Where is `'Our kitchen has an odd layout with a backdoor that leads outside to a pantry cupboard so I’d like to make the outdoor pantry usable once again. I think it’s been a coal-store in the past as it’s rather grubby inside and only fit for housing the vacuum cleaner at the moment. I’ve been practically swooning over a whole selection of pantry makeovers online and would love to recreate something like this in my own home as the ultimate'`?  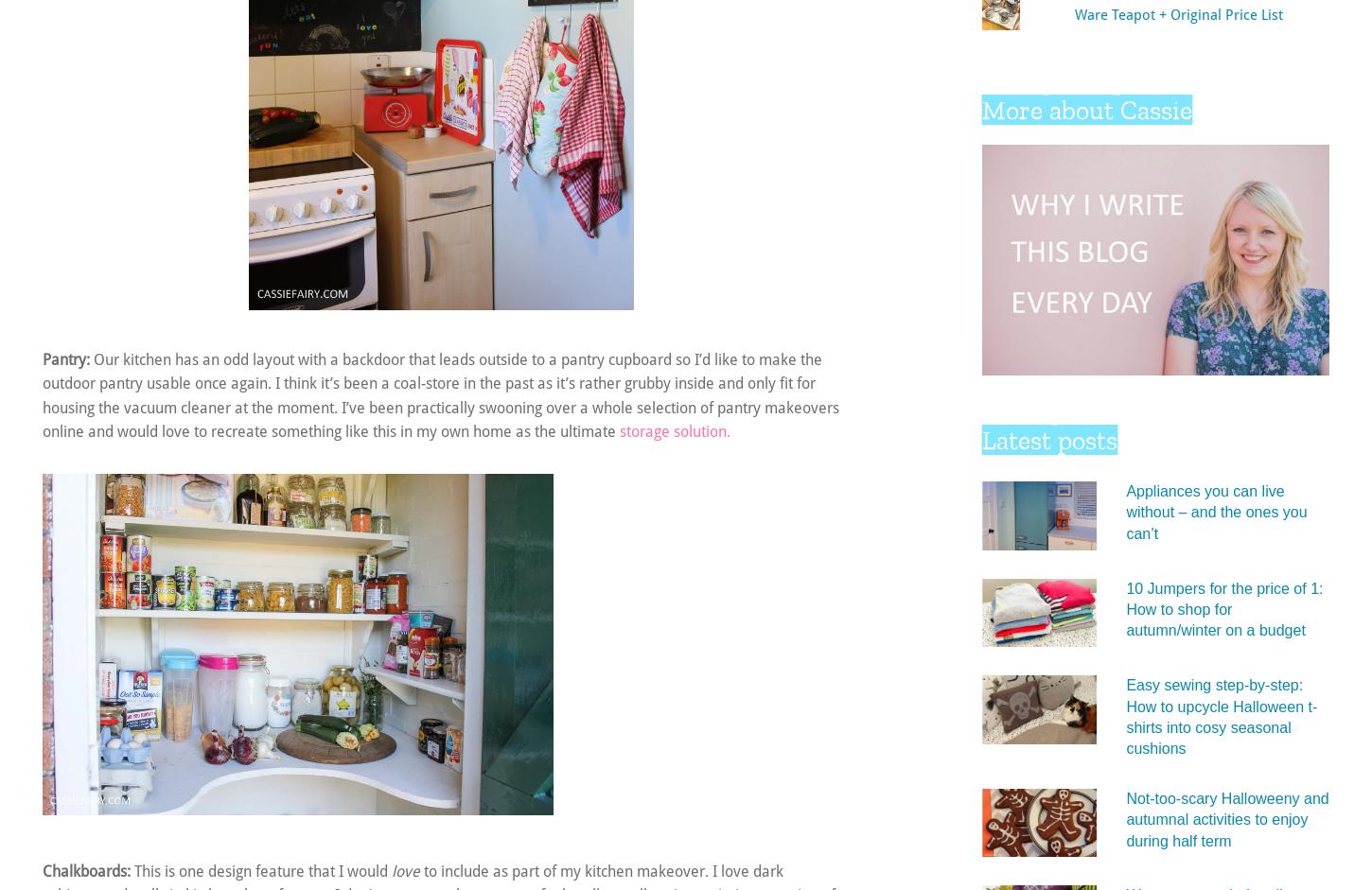
'Our kitchen has an odd layout with a backdoor that leads outside to a pantry cupboard so I’d like to make the outdoor pantry usable once again. I think it’s been a coal-store in the past as it’s rather grubby inside and only fit for housing the vacuum cleaner at the moment. I’ve been practically swooning over a whole selection of pantry makeovers online and would love to recreate something like this in my own home as the ultimate' is located at coordinates (42, 393).